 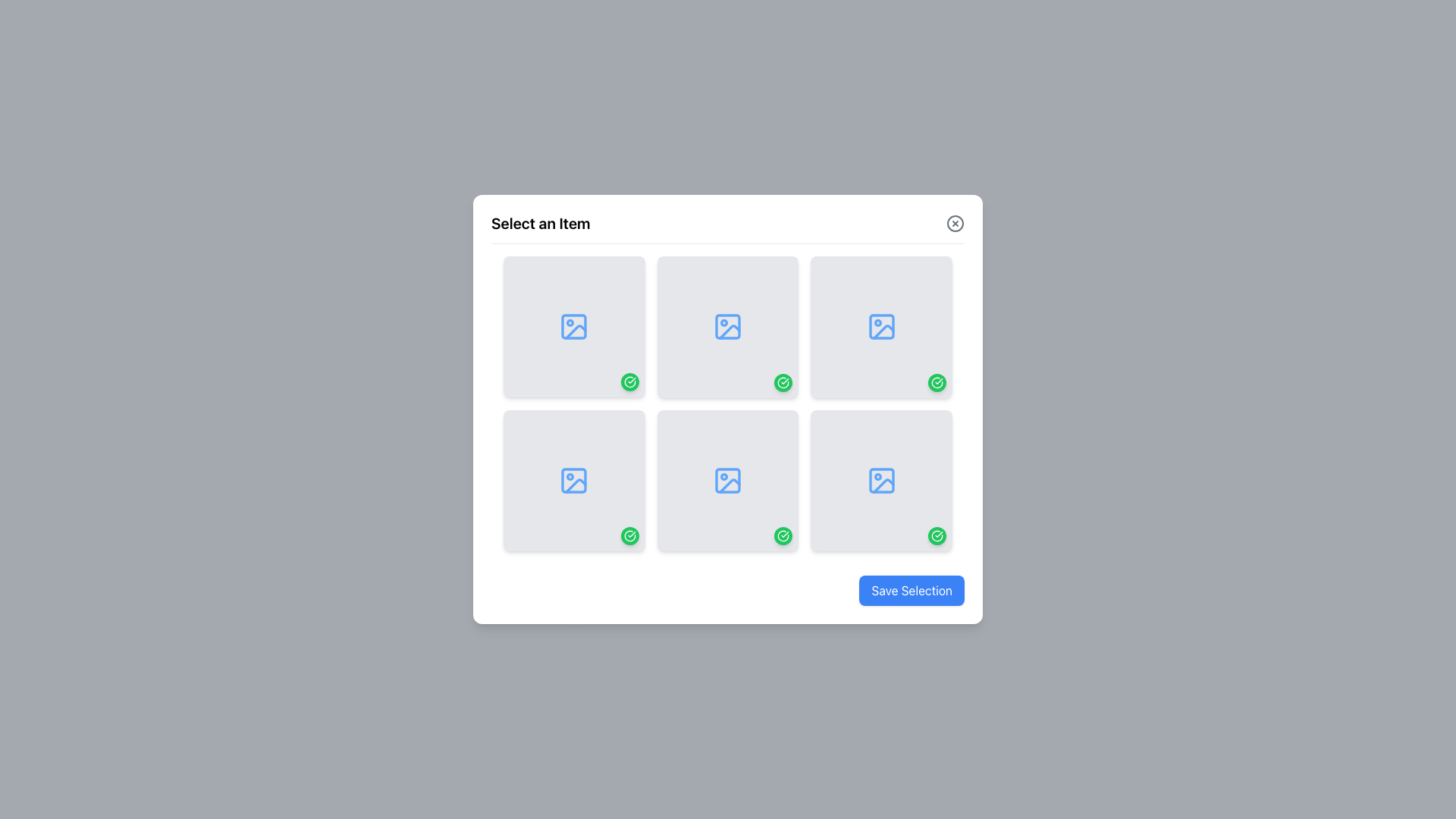 What do you see at coordinates (881, 480) in the screenshot?
I see `the selectable grid item located in the bottom-right position of a 3x2 grid layout` at bounding box center [881, 480].